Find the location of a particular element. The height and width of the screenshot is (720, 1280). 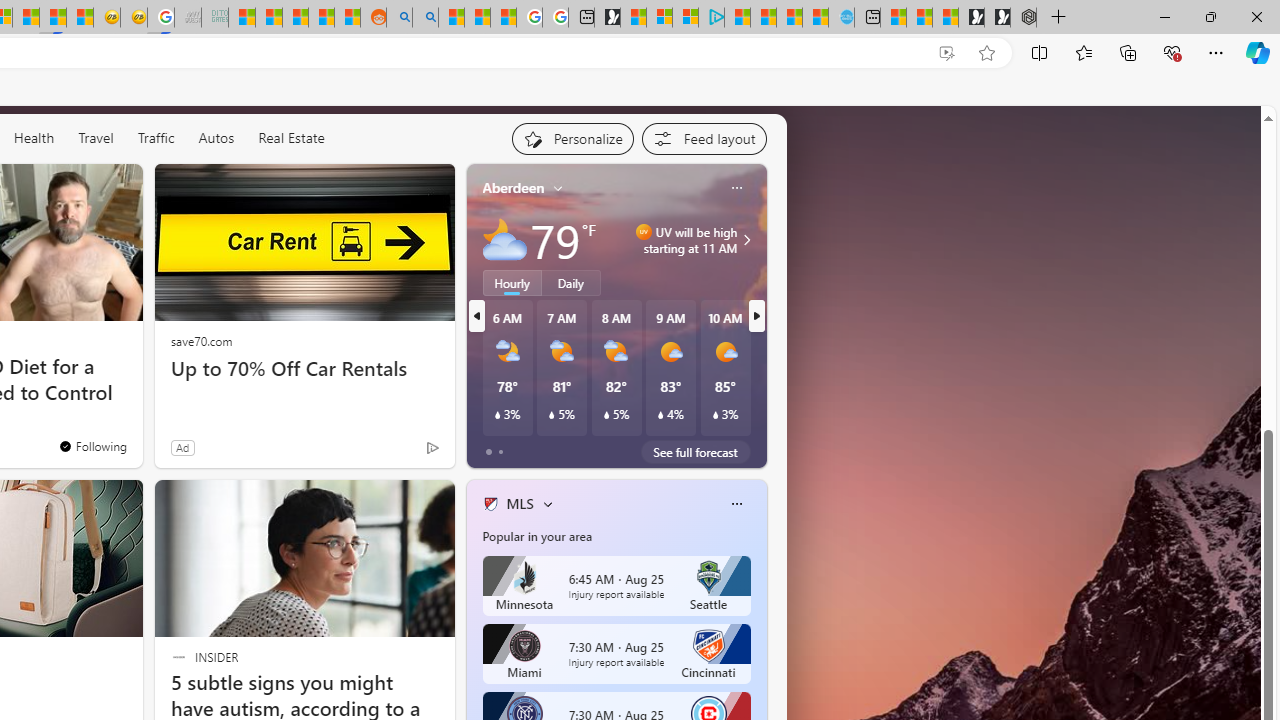

'tab-0' is located at coordinates (488, 452).